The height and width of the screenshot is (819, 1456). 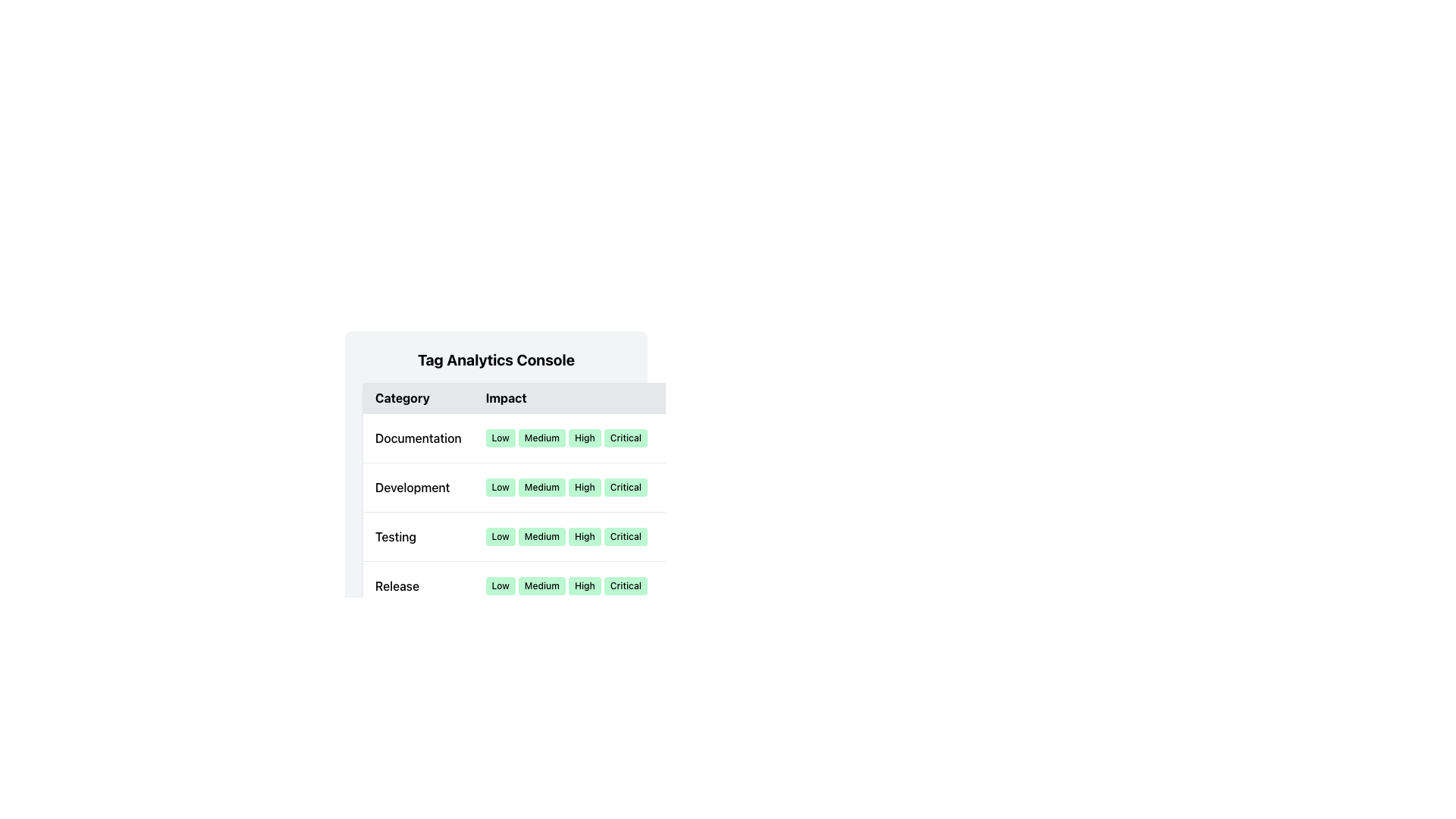 What do you see at coordinates (541, 488) in the screenshot?
I see `the 'Medium' impact label in the 'Development' category of the table to interact with it` at bounding box center [541, 488].